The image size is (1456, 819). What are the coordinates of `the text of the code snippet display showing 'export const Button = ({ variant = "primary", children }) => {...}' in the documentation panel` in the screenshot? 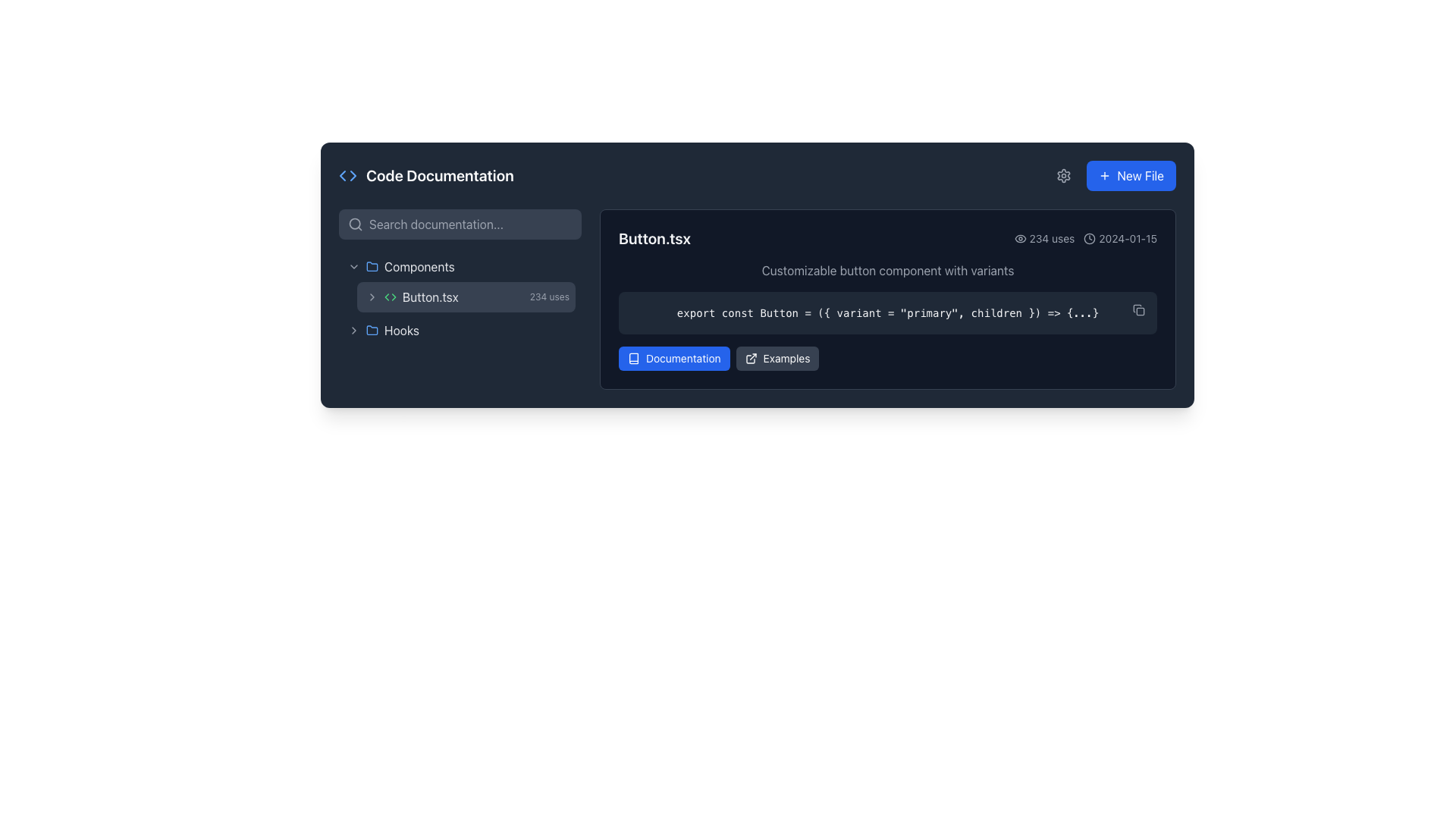 It's located at (888, 312).